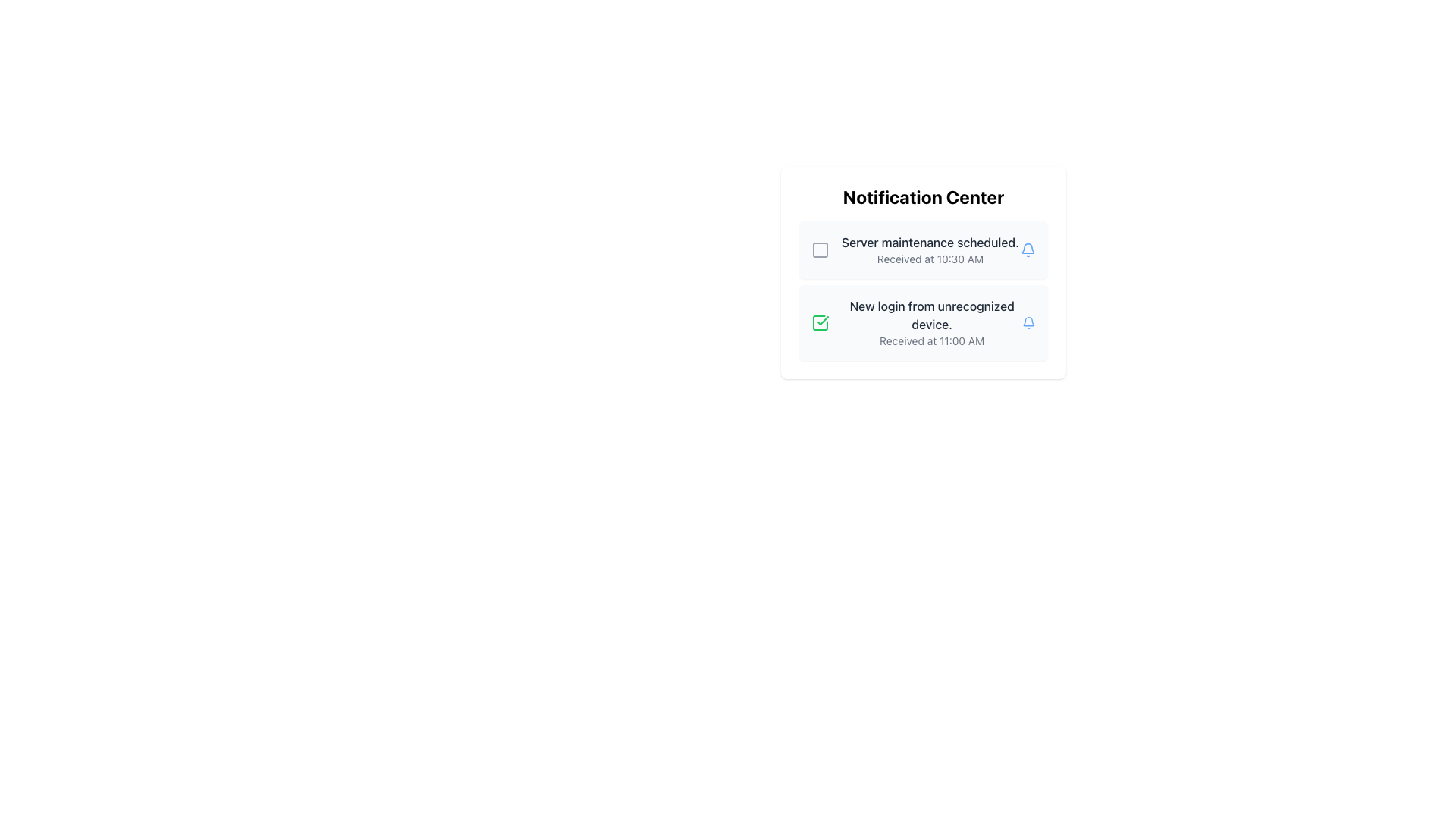 This screenshot has height=819, width=1456. I want to click on the text display that shows 'New login from unrecognized device.' located in the second notification card of the Notification Center, so click(931, 315).